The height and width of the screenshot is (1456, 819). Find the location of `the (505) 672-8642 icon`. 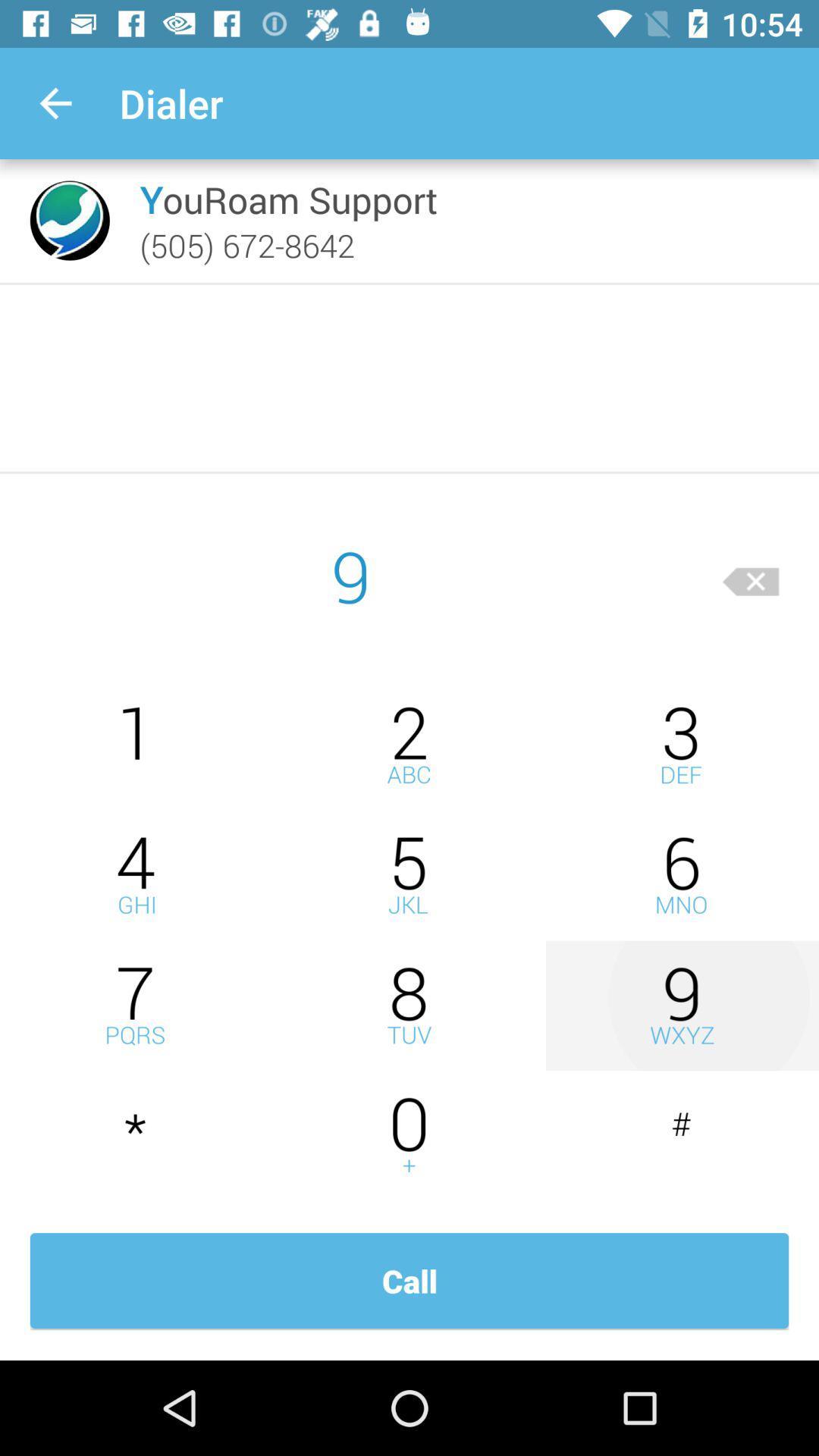

the (505) 672-8642 icon is located at coordinates (246, 245).